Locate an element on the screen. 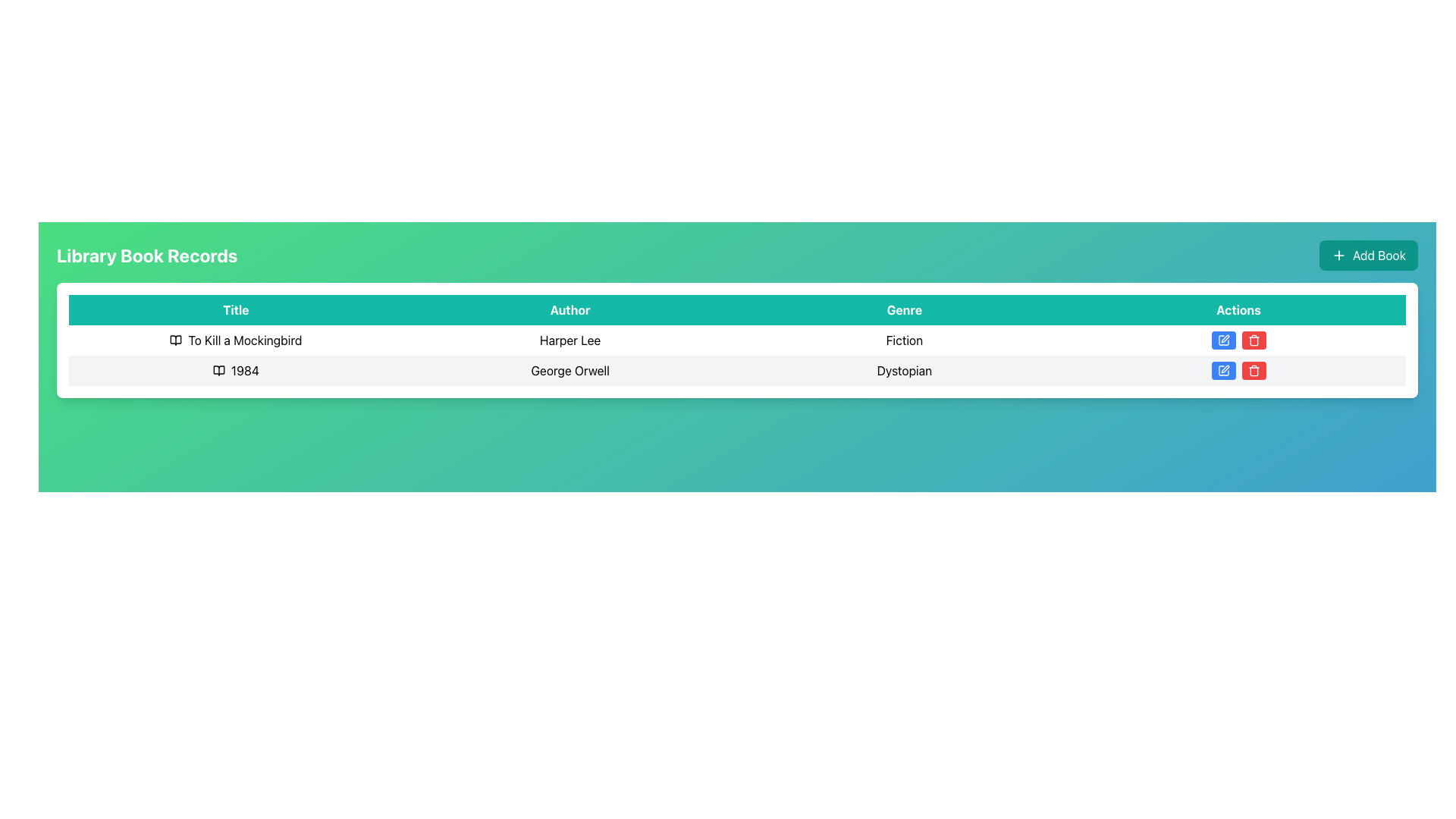 The width and height of the screenshot is (1456, 819). book title 'To Kill a Mockingbird' displayed in the Text Label located in the 'Title' column of the first row within the 'Library Book Records' table is located at coordinates (245, 339).